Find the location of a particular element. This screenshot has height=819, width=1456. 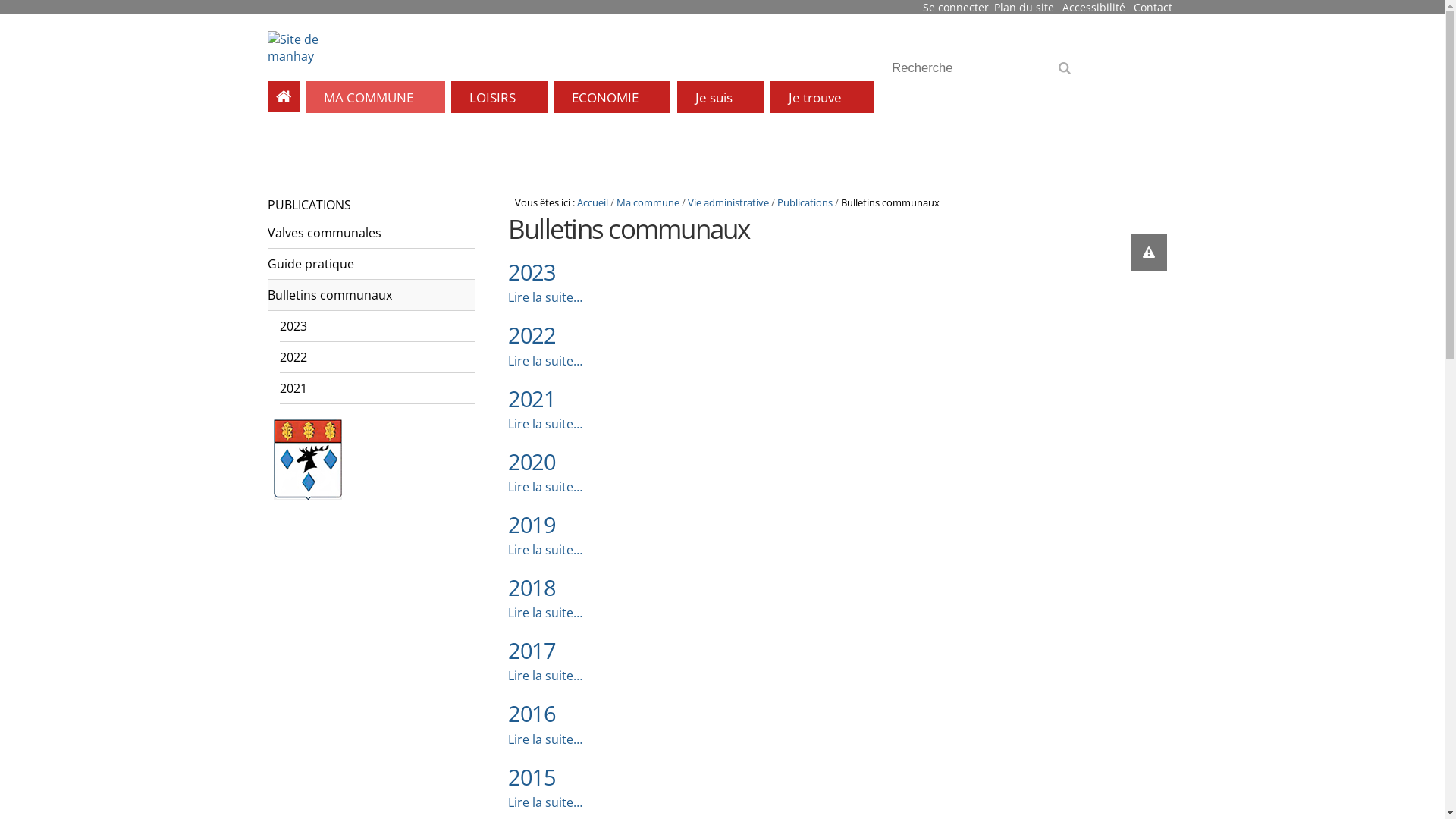

'Rechercher' is located at coordinates (1067, 73).